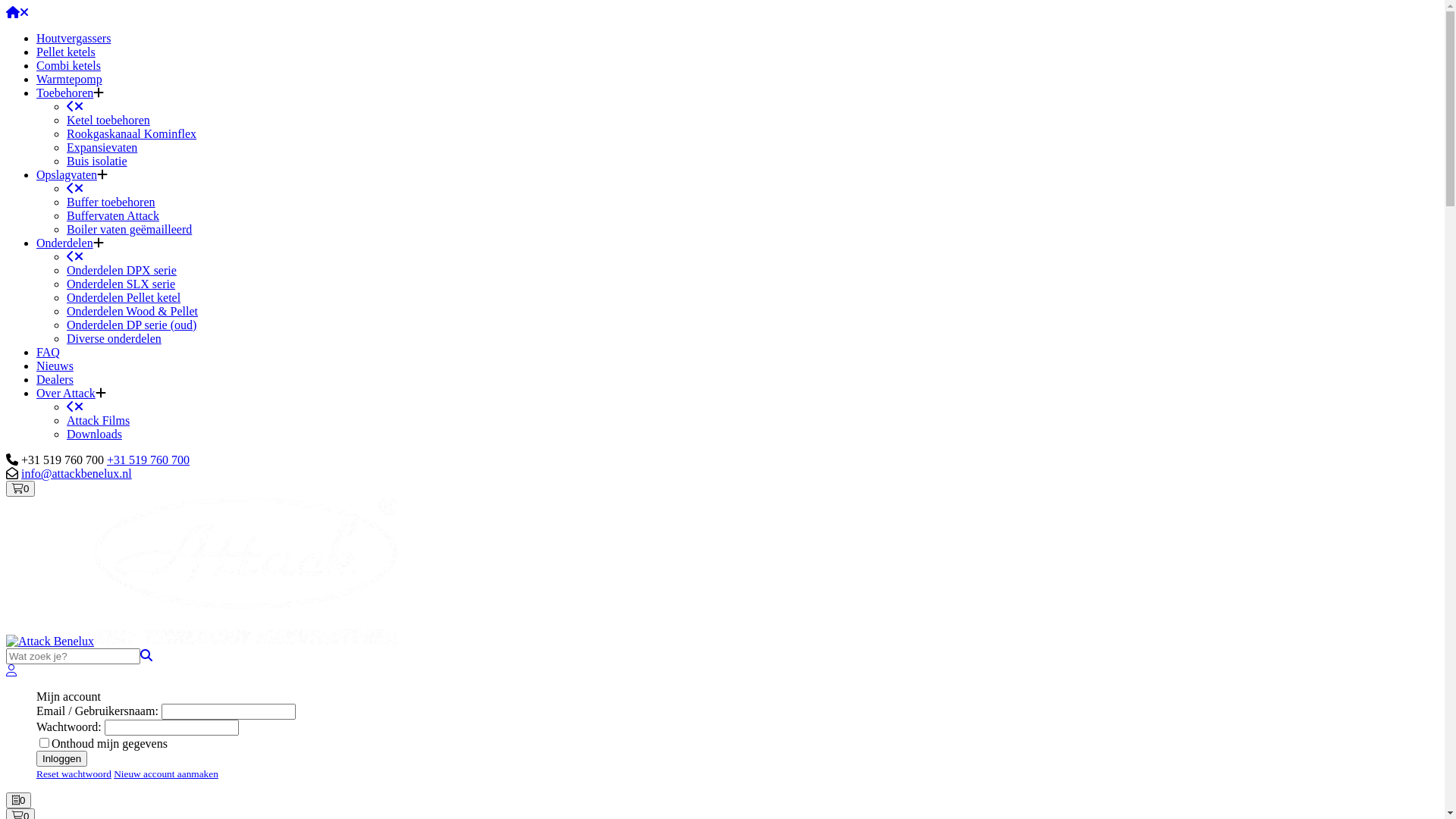 Image resolution: width=1456 pixels, height=819 pixels. What do you see at coordinates (64, 93) in the screenshot?
I see `'Toebehoren'` at bounding box center [64, 93].